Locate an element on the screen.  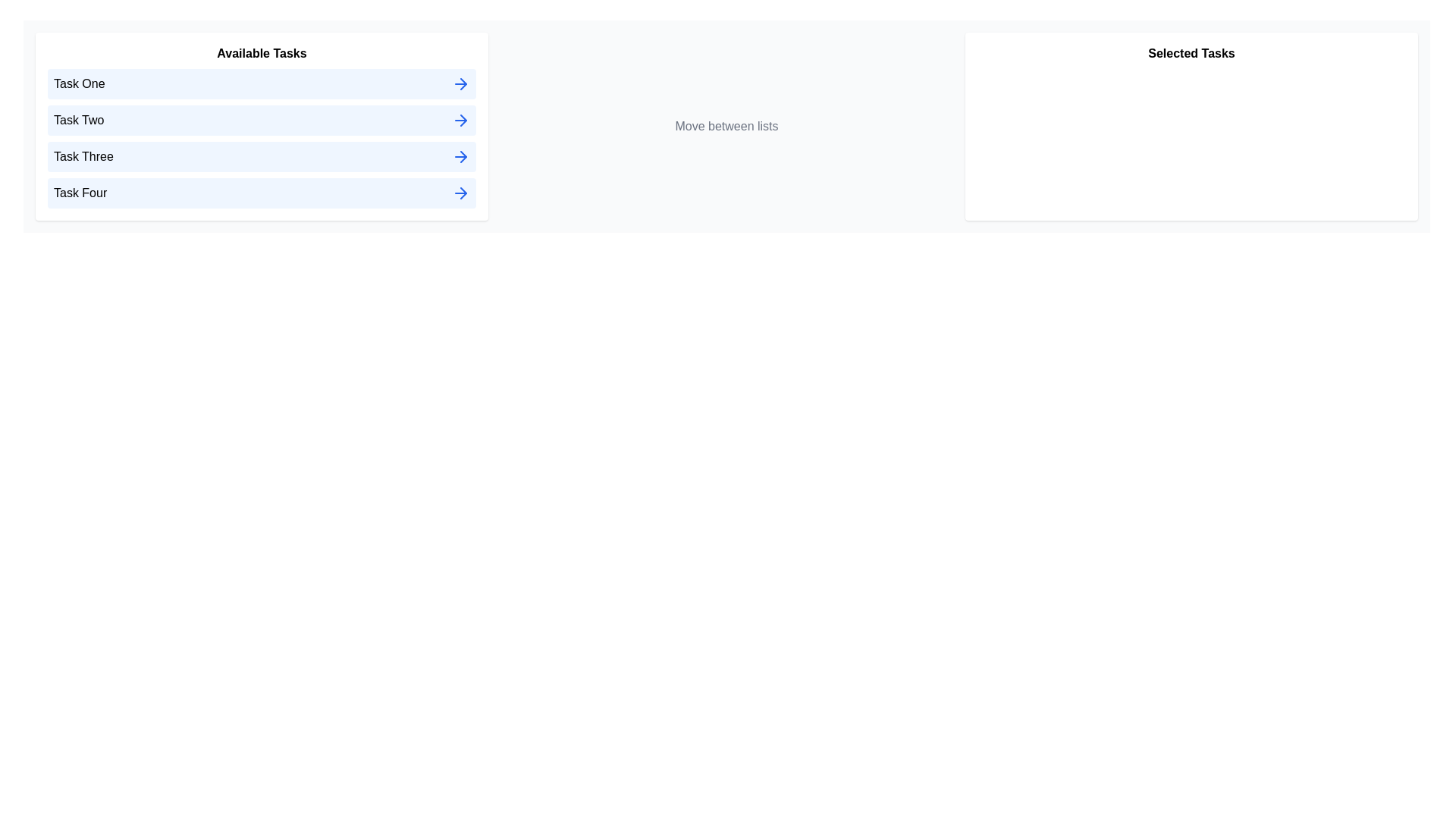
right arrow icon next to the task named Task One in the 'Available Tasks' list is located at coordinates (460, 84).